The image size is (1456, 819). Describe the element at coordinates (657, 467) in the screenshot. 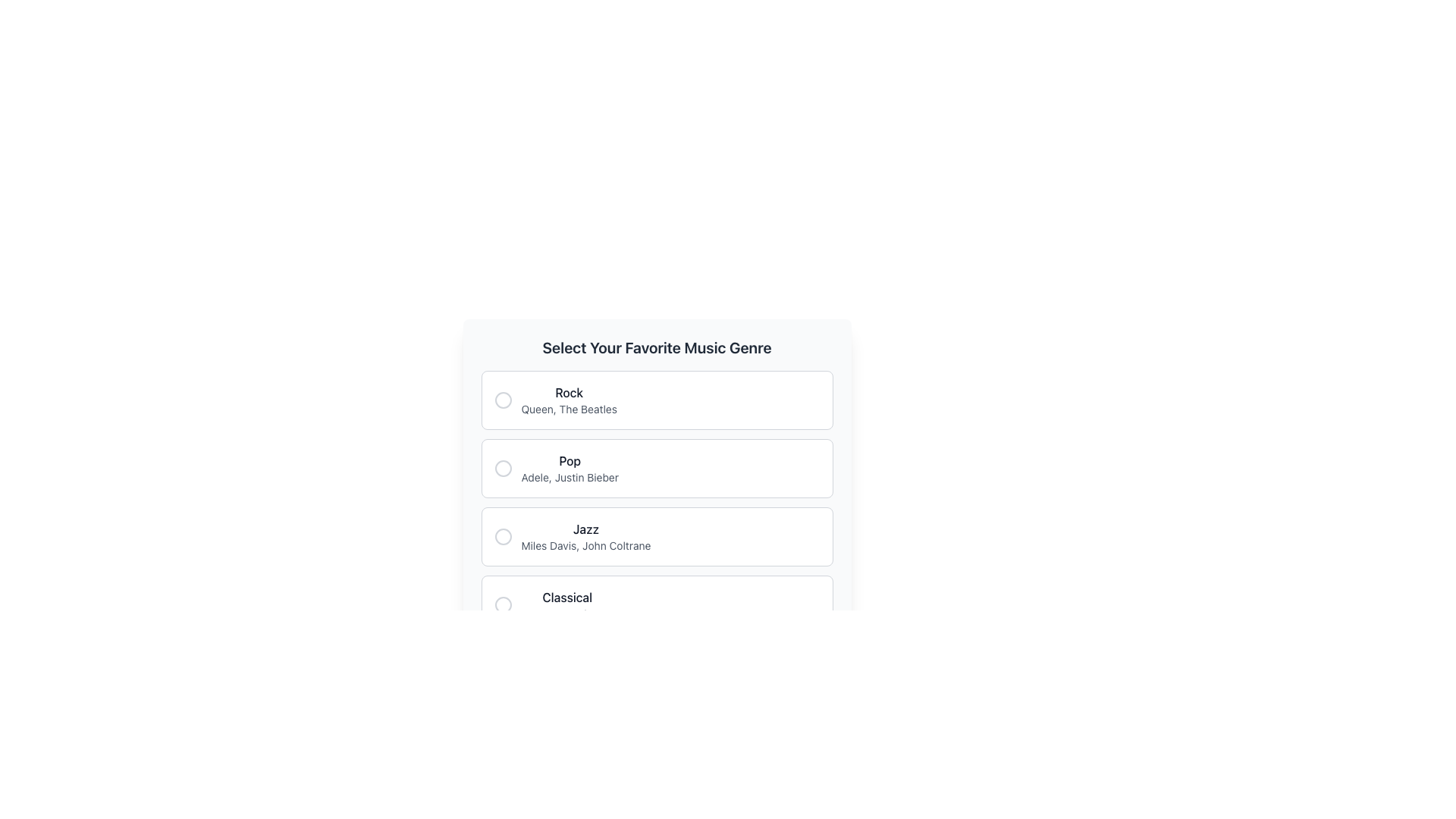

I see `the second radio button labeled 'Pop' which is part of a vertically stacked selection list for keyboard interaction` at that location.